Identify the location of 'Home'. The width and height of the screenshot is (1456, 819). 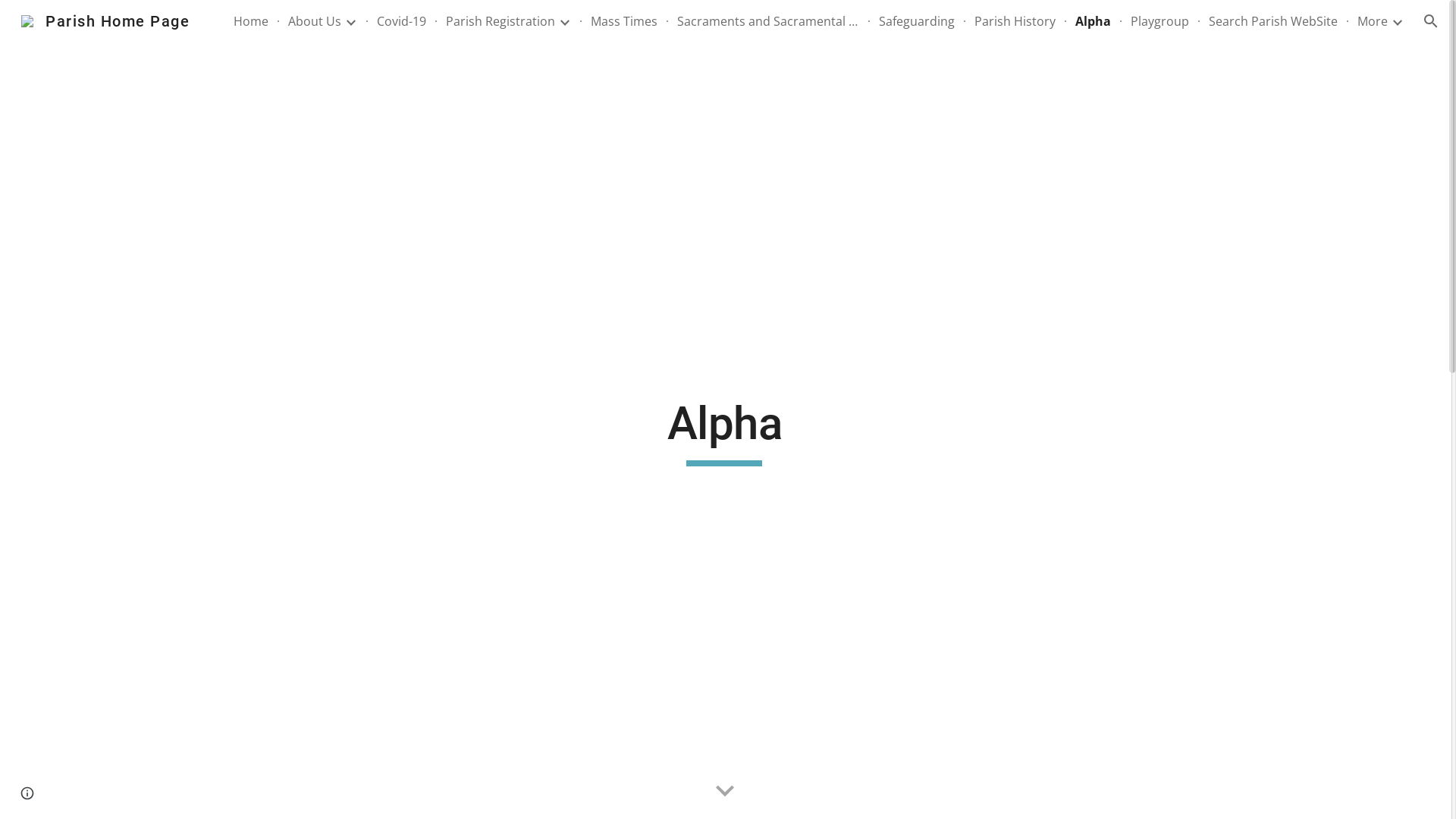
(251, 20).